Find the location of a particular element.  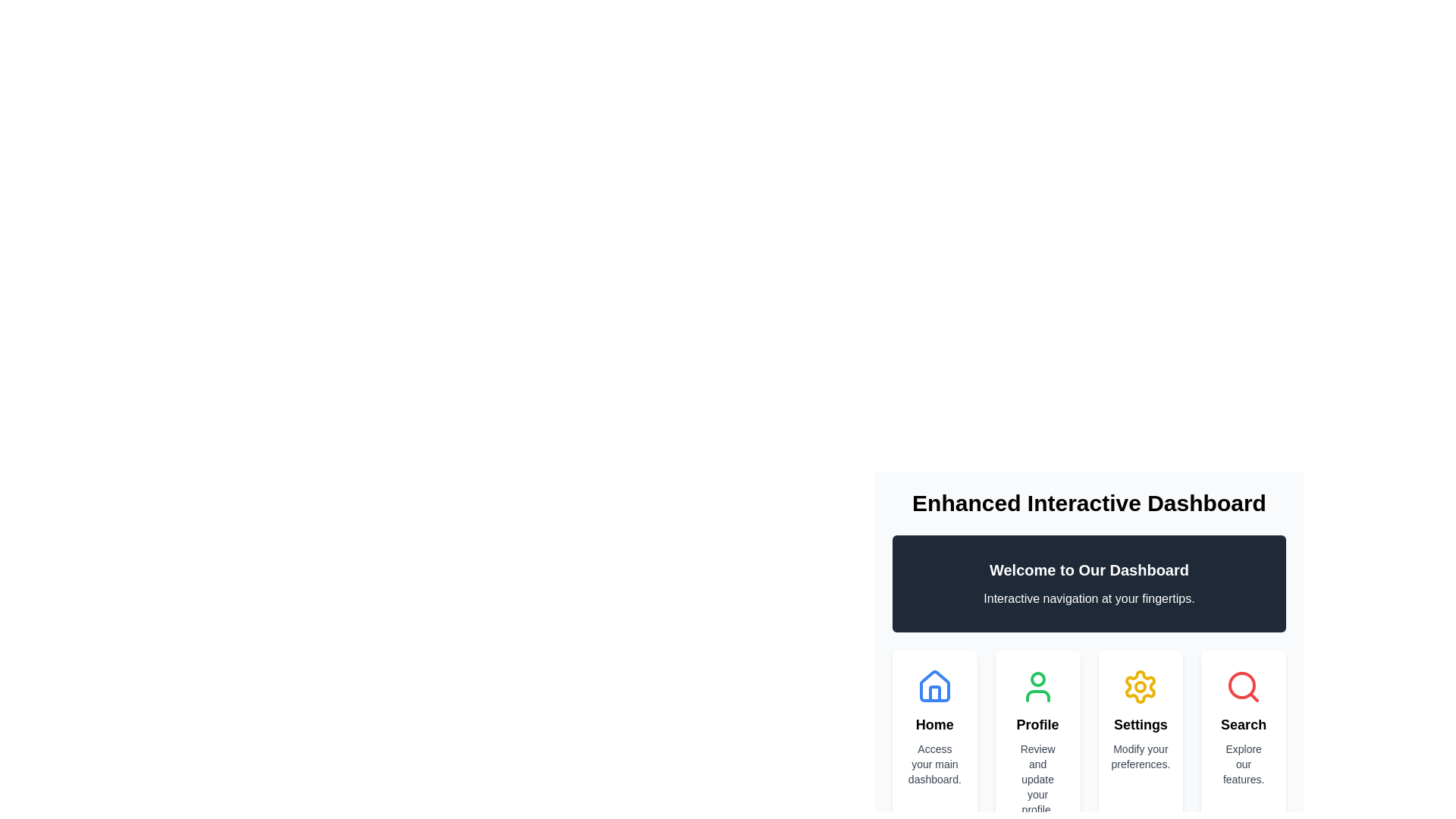

the bold text label with the content 'Search', which is positioned in the fourth column at the bottom of its section, above an icon resembling a magnifying glass and below a label reading 'Explore our features' is located at coordinates (1244, 724).